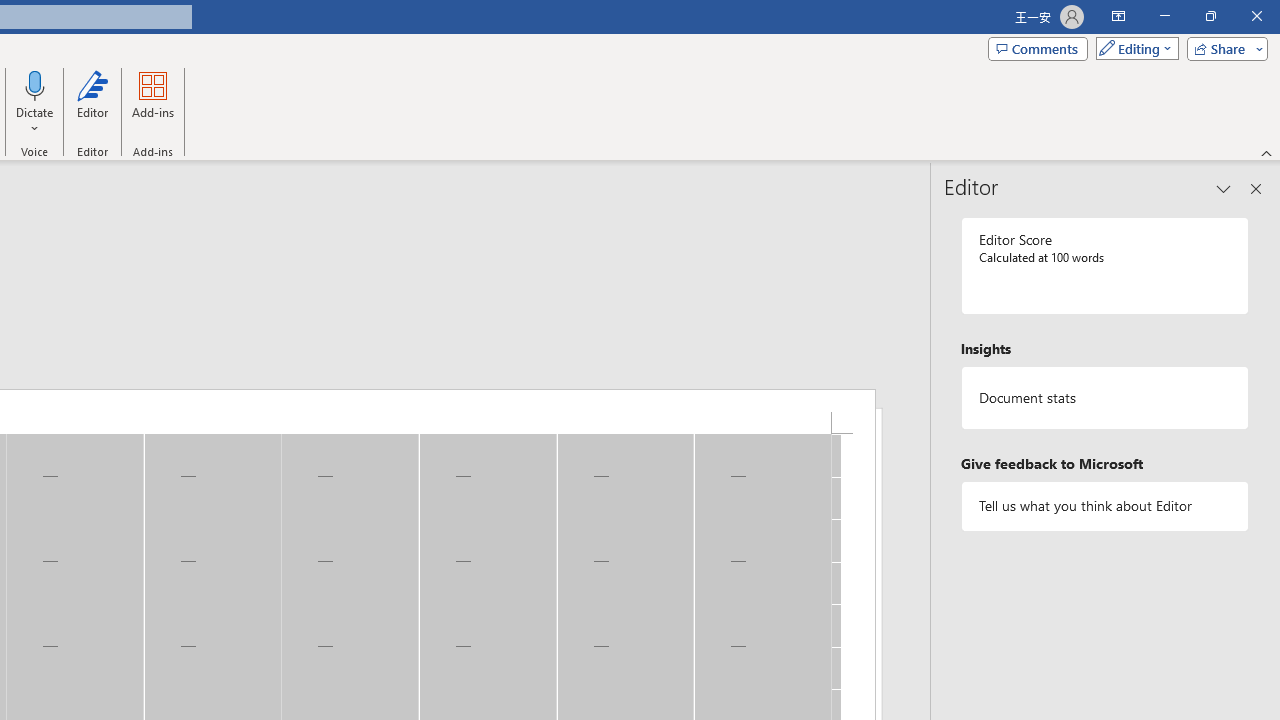 The width and height of the screenshot is (1280, 720). What do you see at coordinates (1223, 189) in the screenshot?
I see `'Task Pane Options'` at bounding box center [1223, 189].